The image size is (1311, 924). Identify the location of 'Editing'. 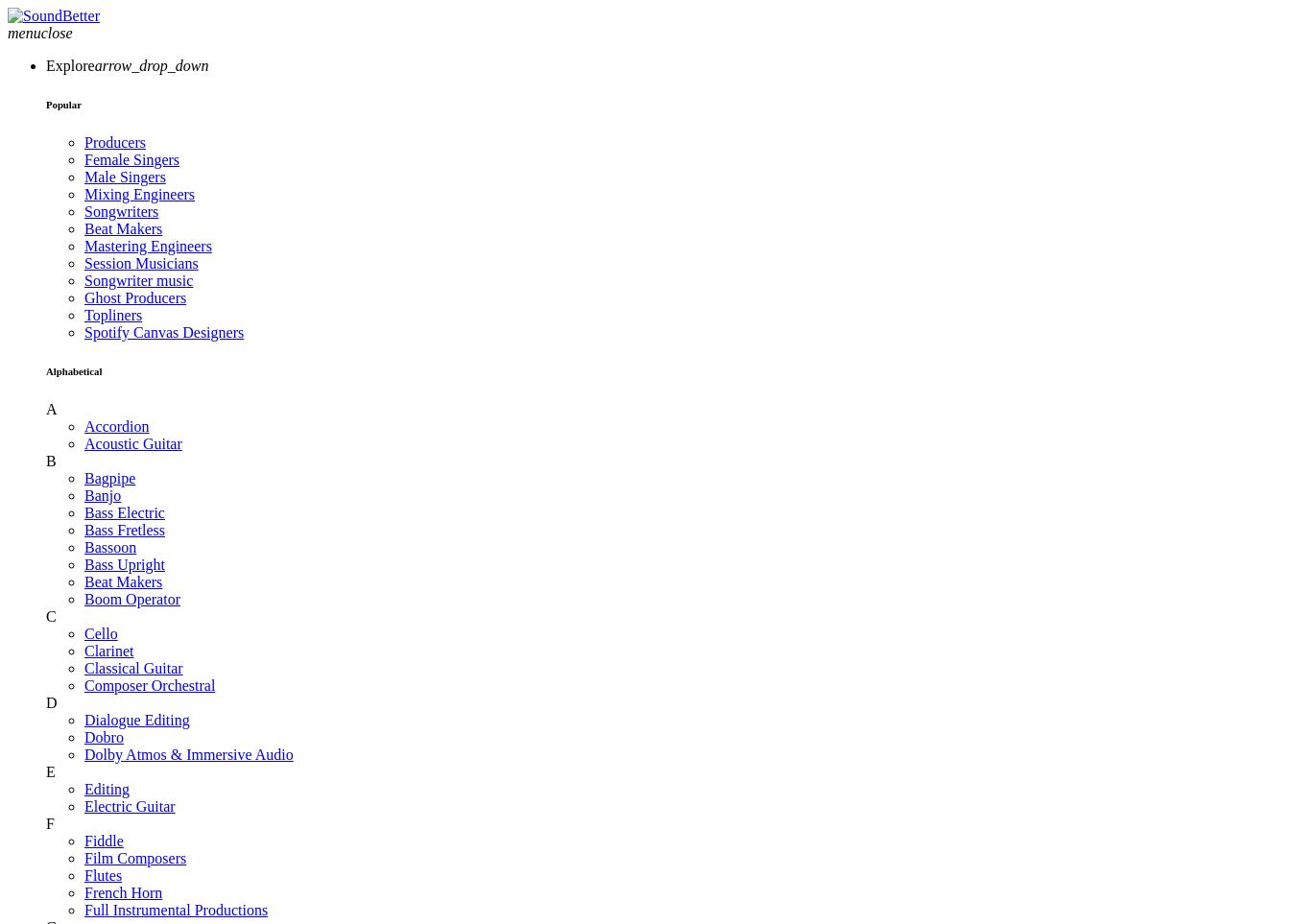
(107, 787).